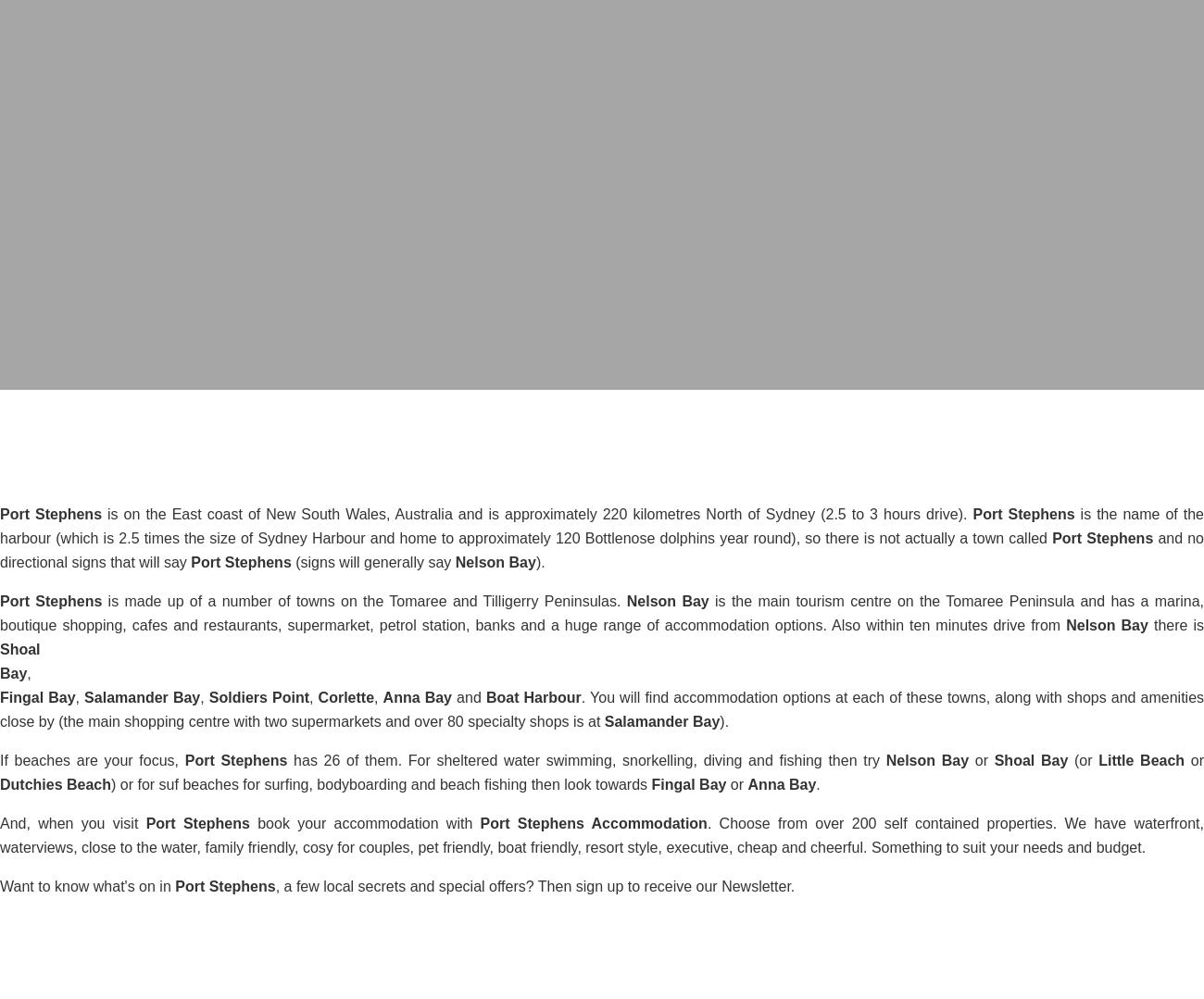  Describe the element at coordinates (601, 416) in the screenshot. I see `'pets'` at that location.